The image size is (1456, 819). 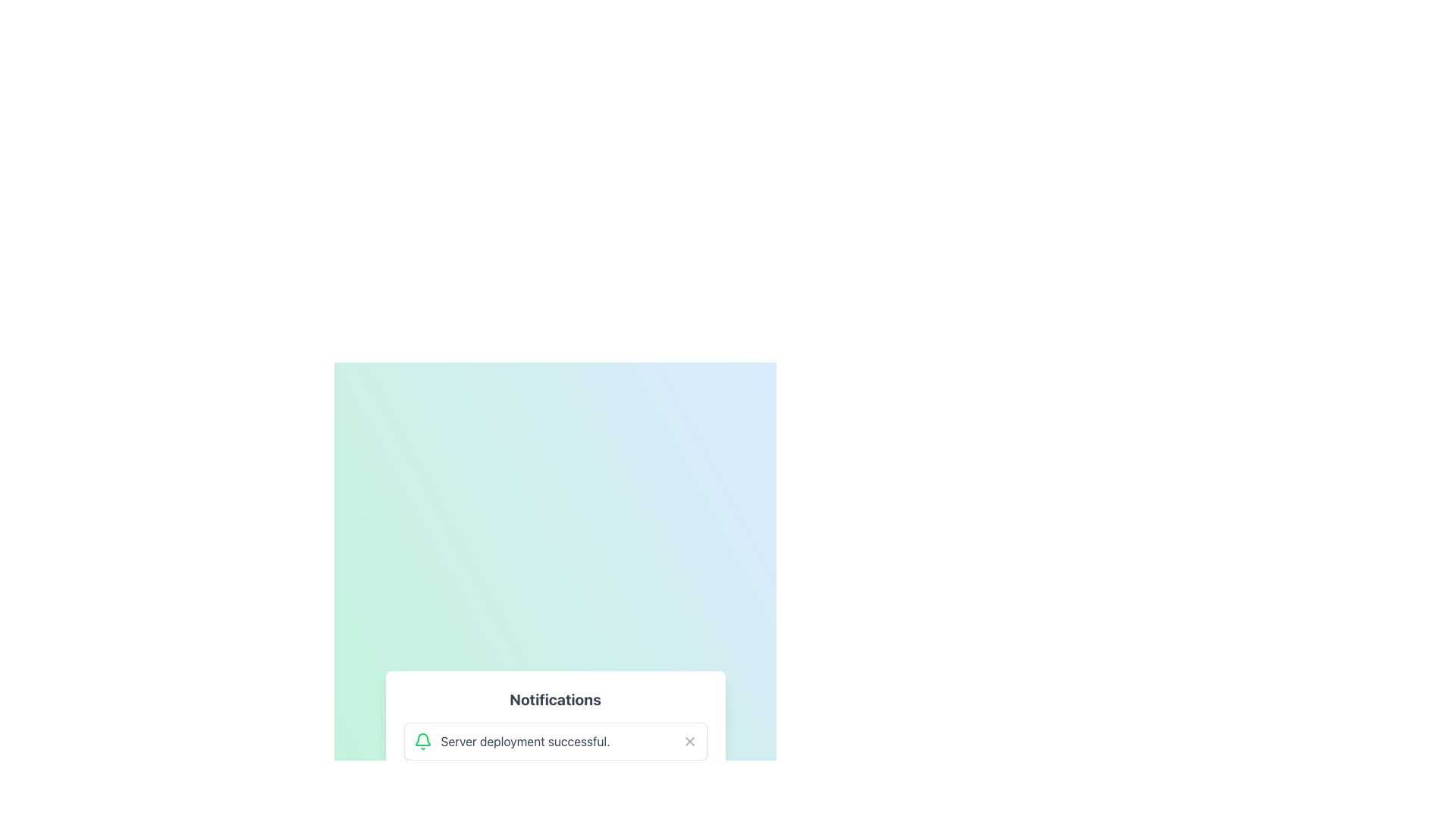 What do you see at coordinates (422, 739) in the screenshot?
I see `the bell icon, which features a green stroke and is part of a larger notification component, located near the top of the notification content` at bounding box center [422, 739].